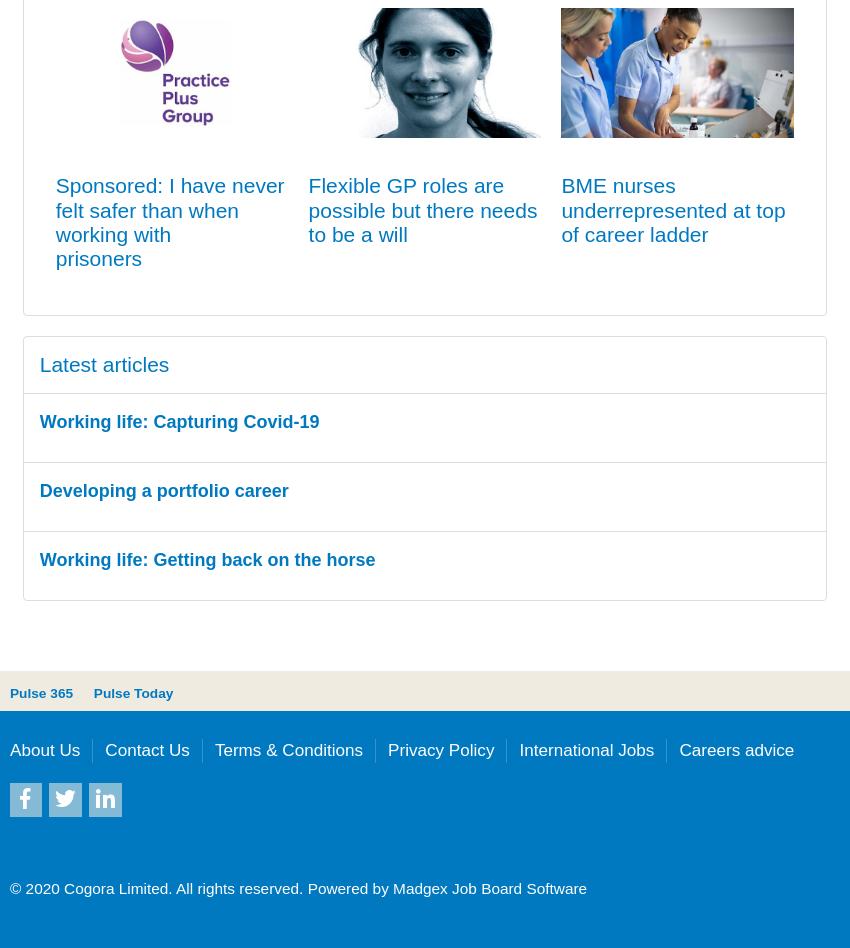 The width and height of the screenshot is (850, 948). Describe the element at coordinates (40, 692) in the screenshot. I see `'Pulse 365'` at that location.